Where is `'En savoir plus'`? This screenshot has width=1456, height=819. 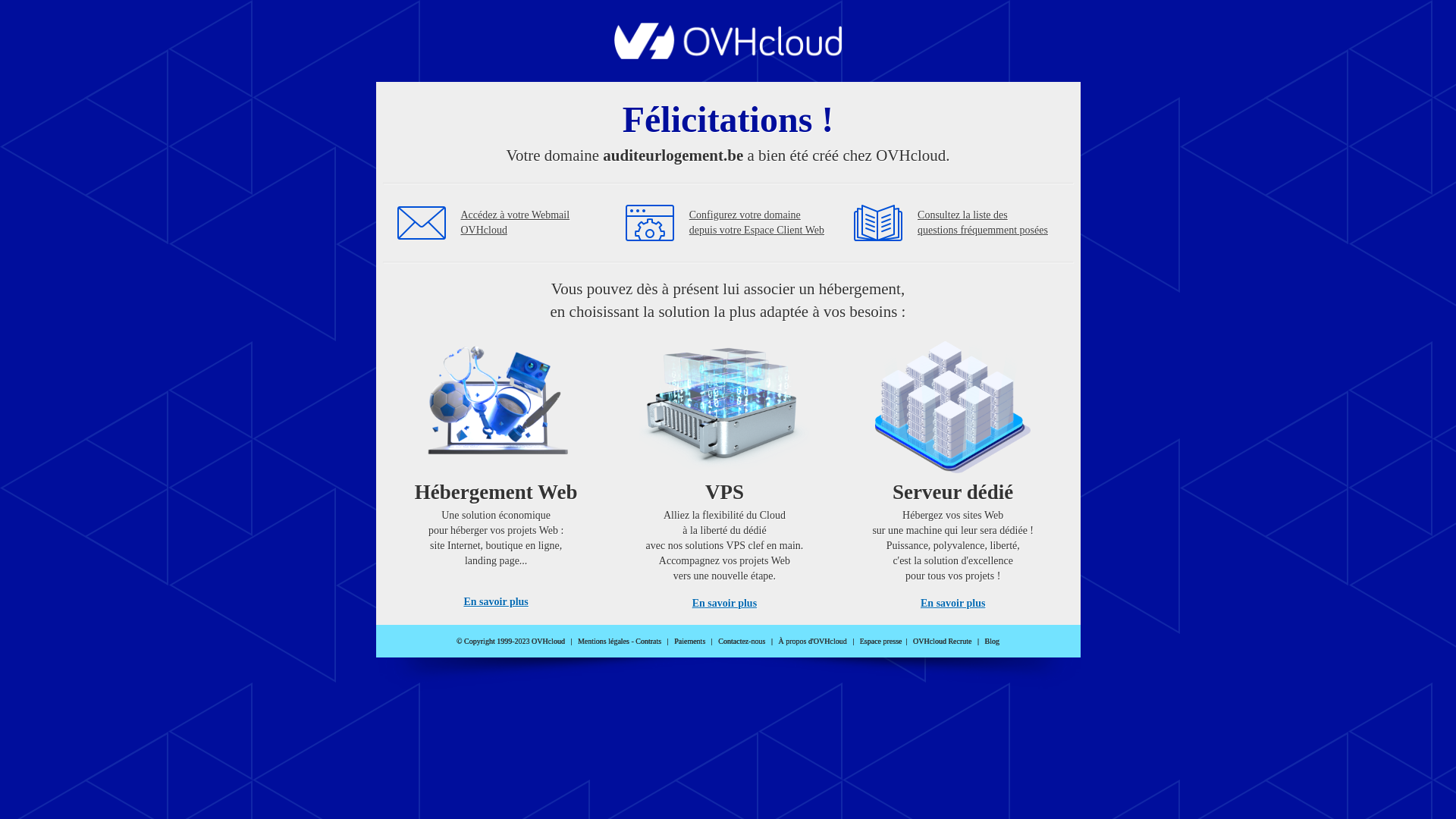
'En savoir plus' is located at coordinates (723, 602).